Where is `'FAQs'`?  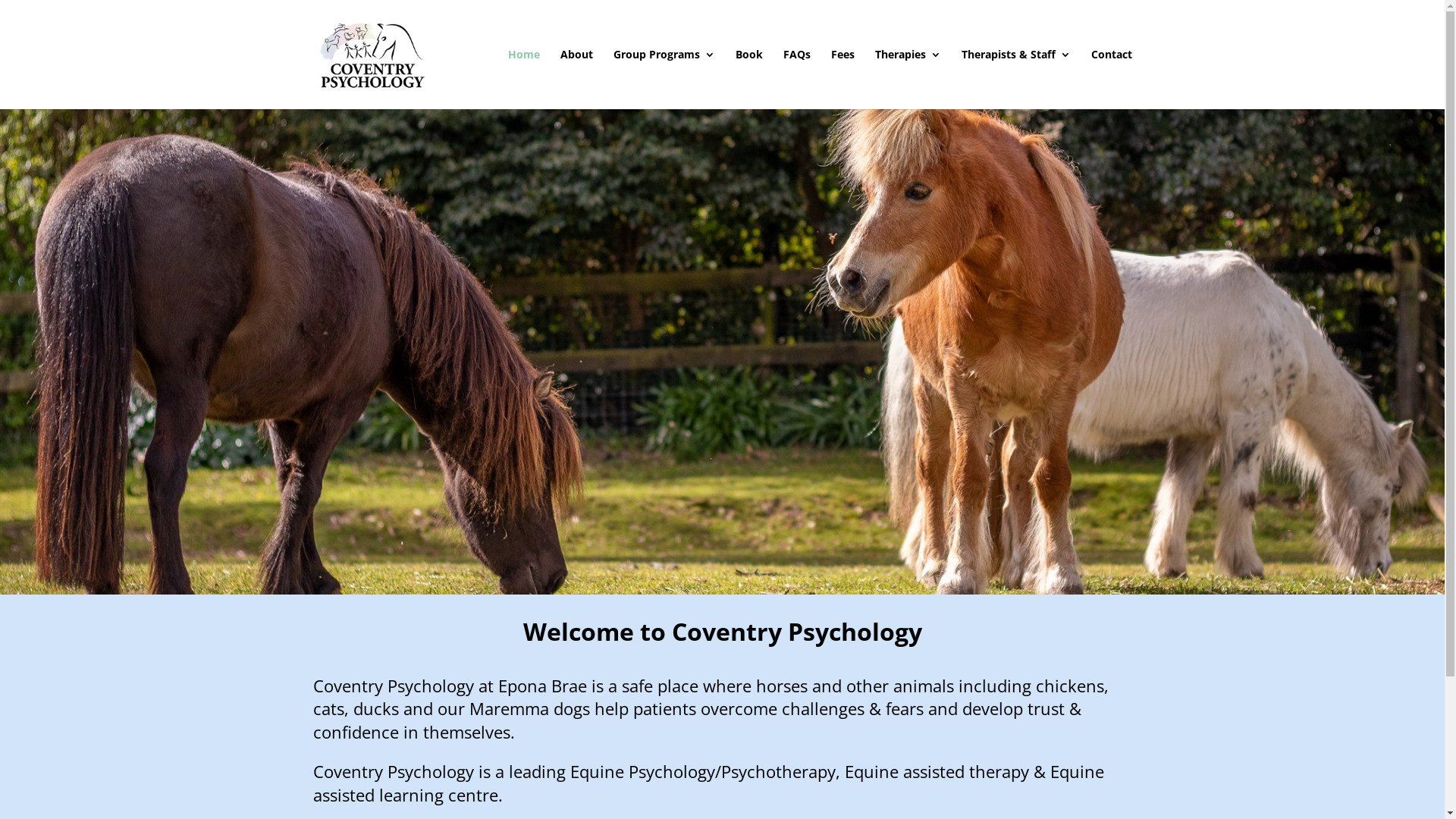 'FAQs' is located at coordinates (795, 79).